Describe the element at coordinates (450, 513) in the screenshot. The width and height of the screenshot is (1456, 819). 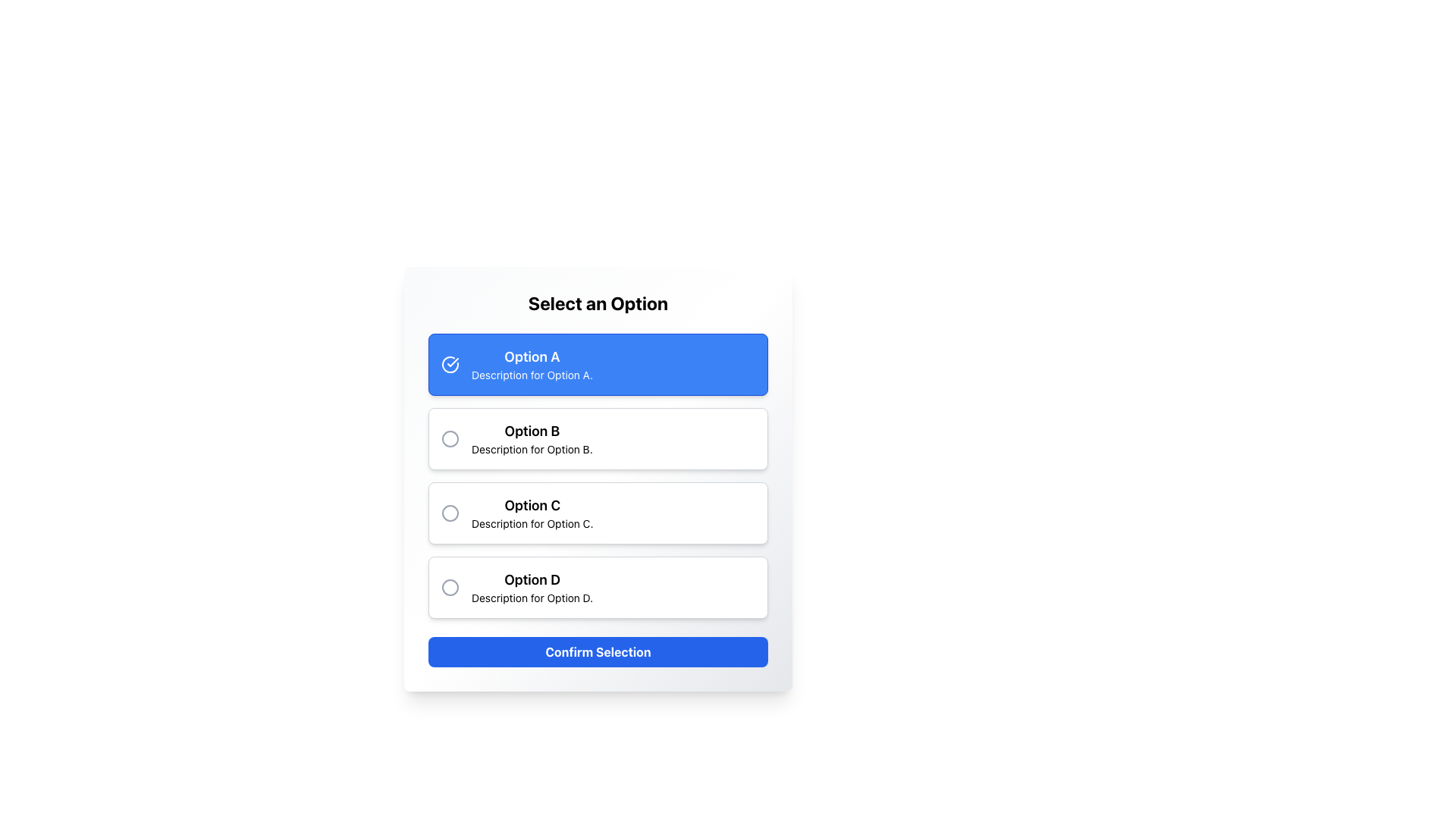
I see `the unselected circle graphical element of the checkbox for 'Option C' to trigger any hover effects` at that location.